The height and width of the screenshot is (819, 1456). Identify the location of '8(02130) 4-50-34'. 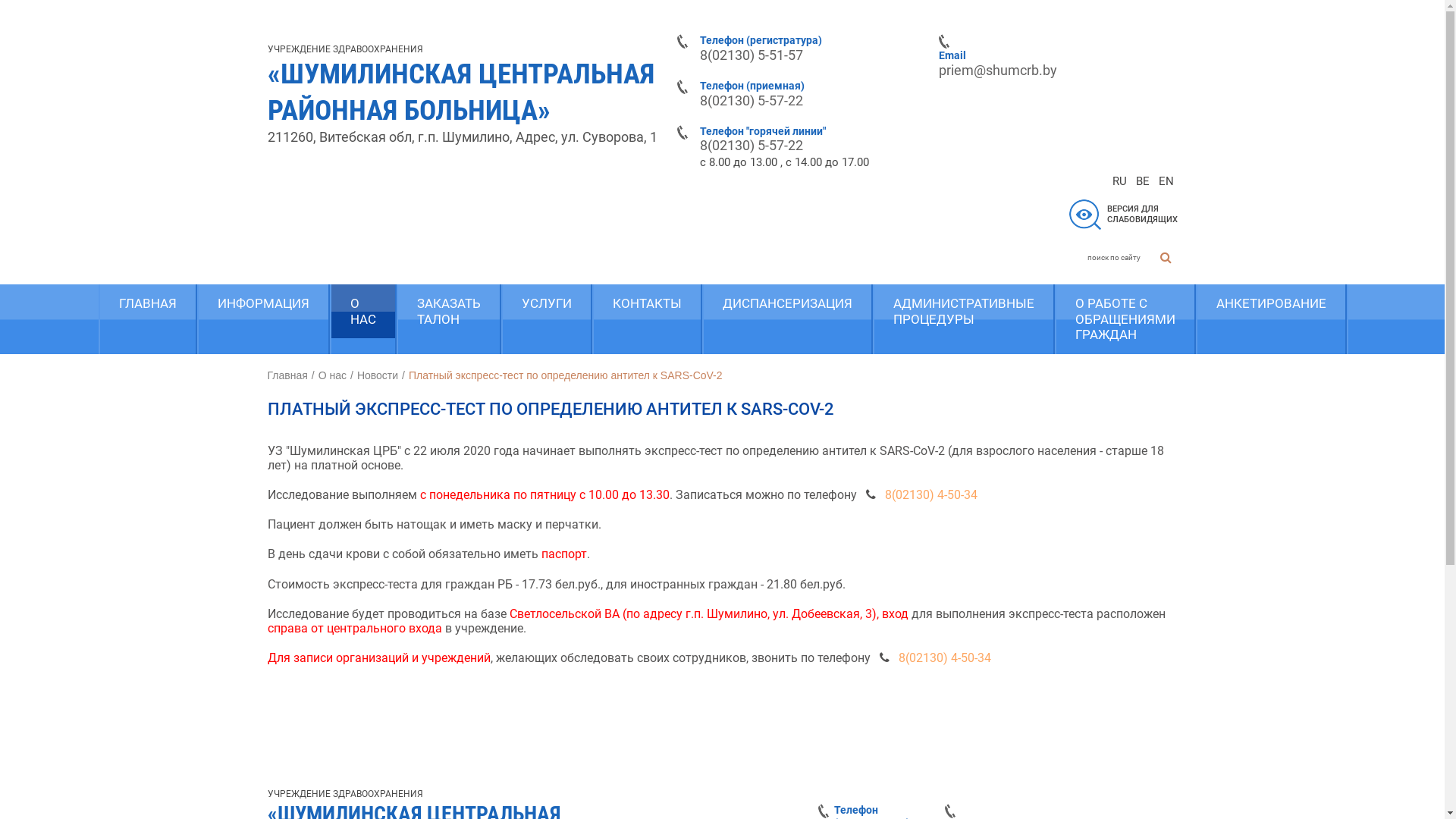
(930, 494).